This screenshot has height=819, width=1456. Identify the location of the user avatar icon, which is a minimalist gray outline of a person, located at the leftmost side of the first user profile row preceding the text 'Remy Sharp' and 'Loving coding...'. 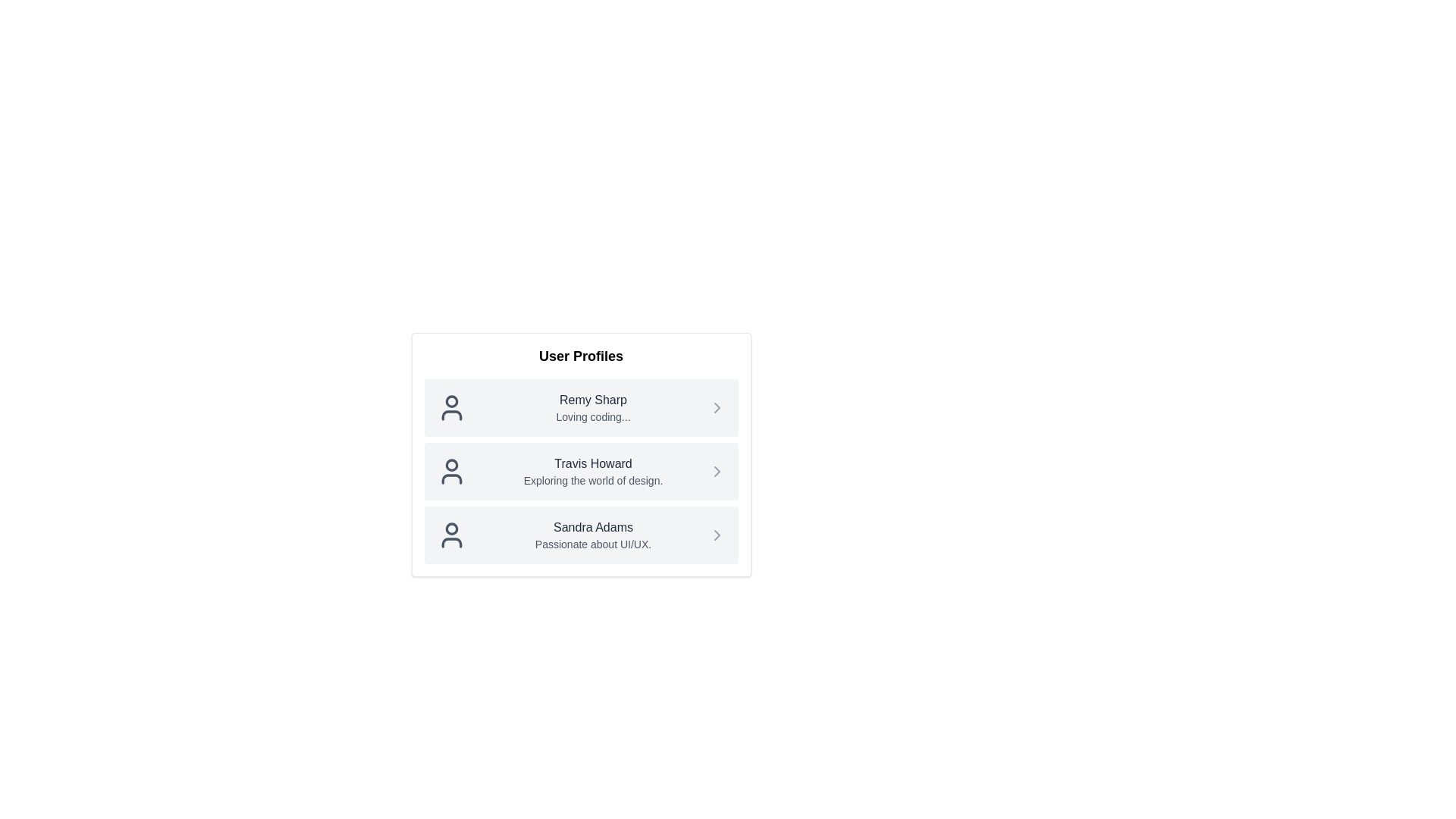
(450, 406).